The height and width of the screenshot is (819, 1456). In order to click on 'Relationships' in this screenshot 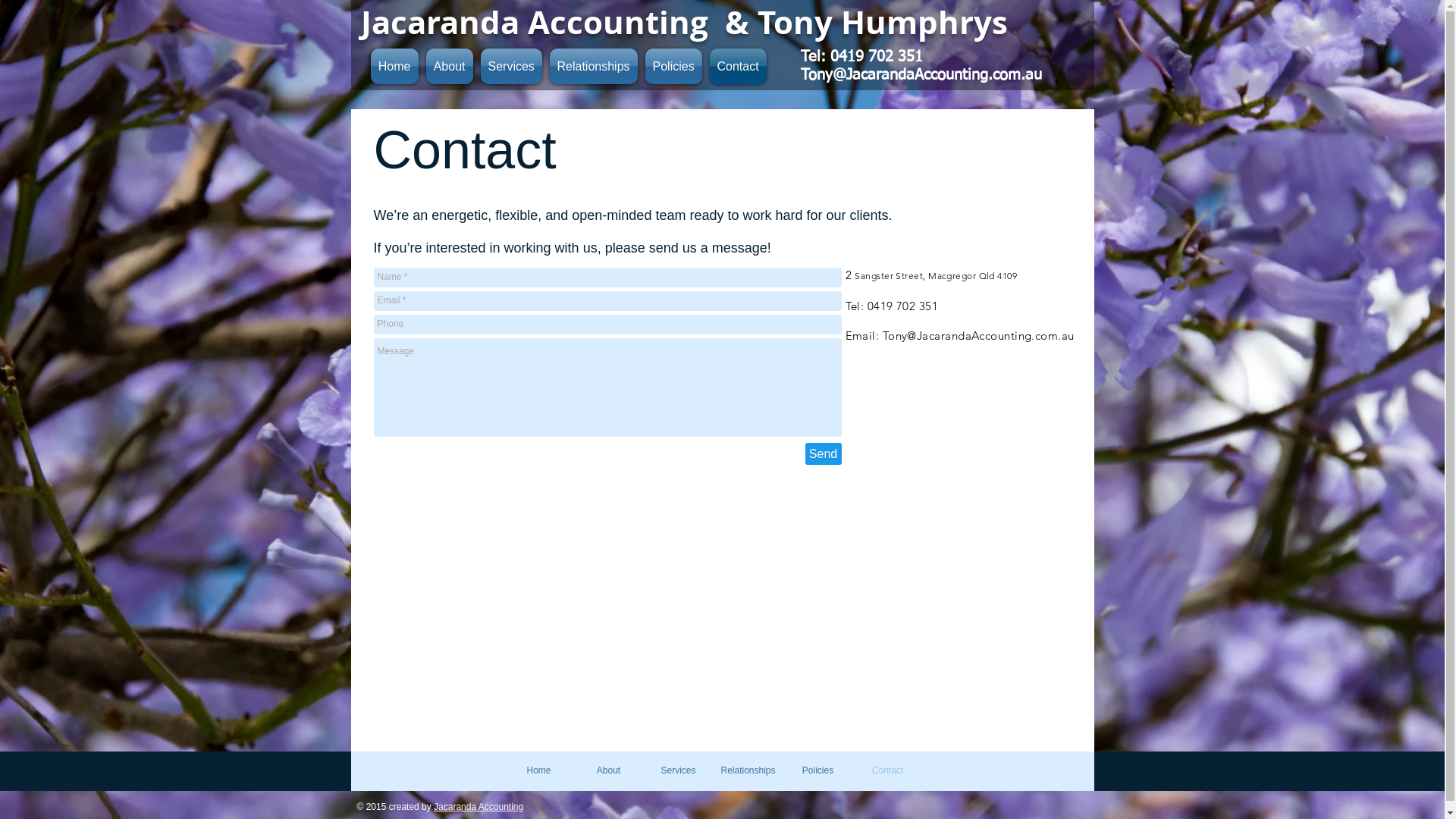, I will do `click(546, 65)`.